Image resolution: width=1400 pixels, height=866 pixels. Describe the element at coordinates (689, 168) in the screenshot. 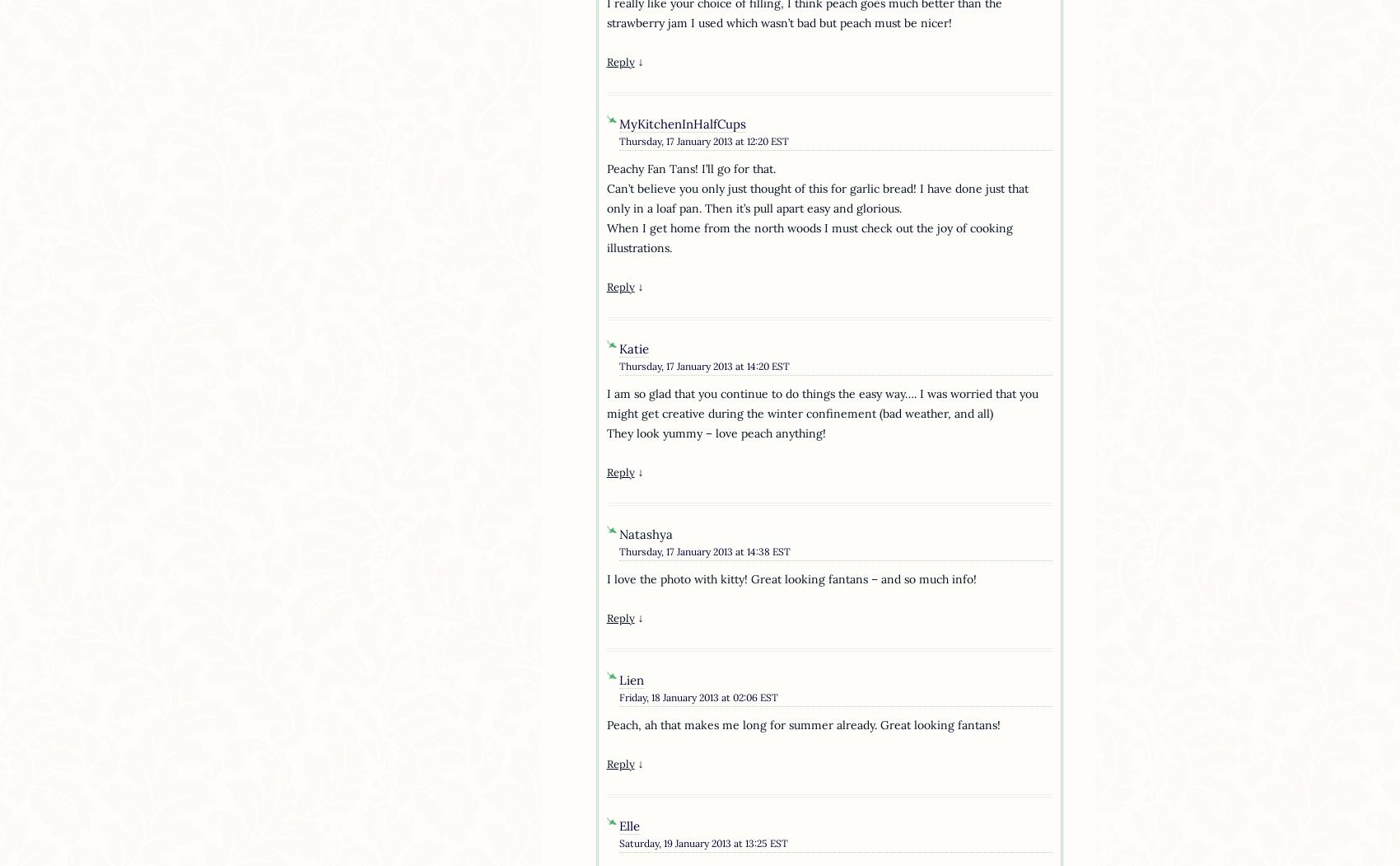

I see `'Peachy Fan Tans!  I’ll go for that.'` at that location.